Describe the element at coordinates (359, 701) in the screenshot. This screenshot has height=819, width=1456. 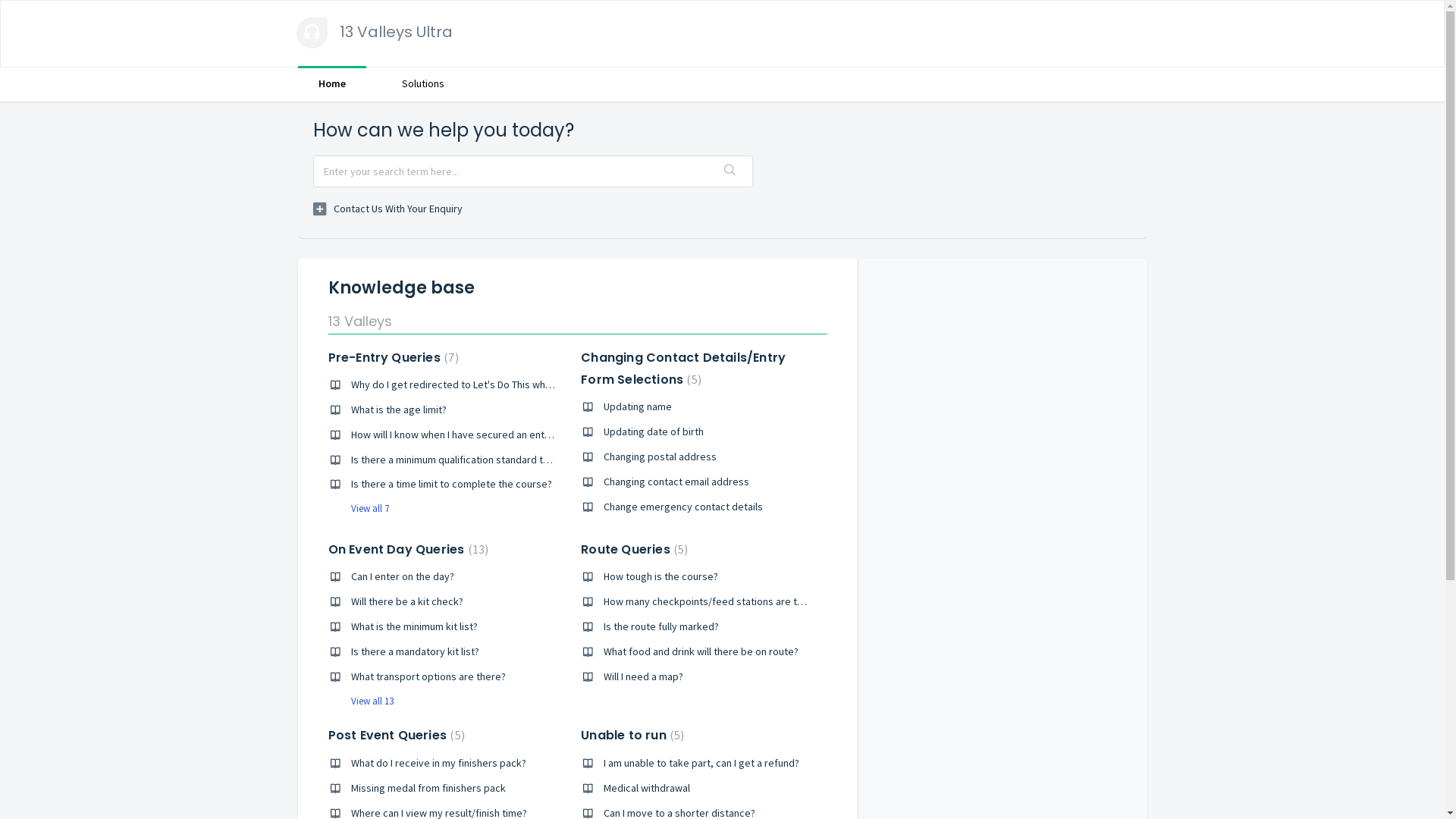
I see `'View all 13'` at that location.